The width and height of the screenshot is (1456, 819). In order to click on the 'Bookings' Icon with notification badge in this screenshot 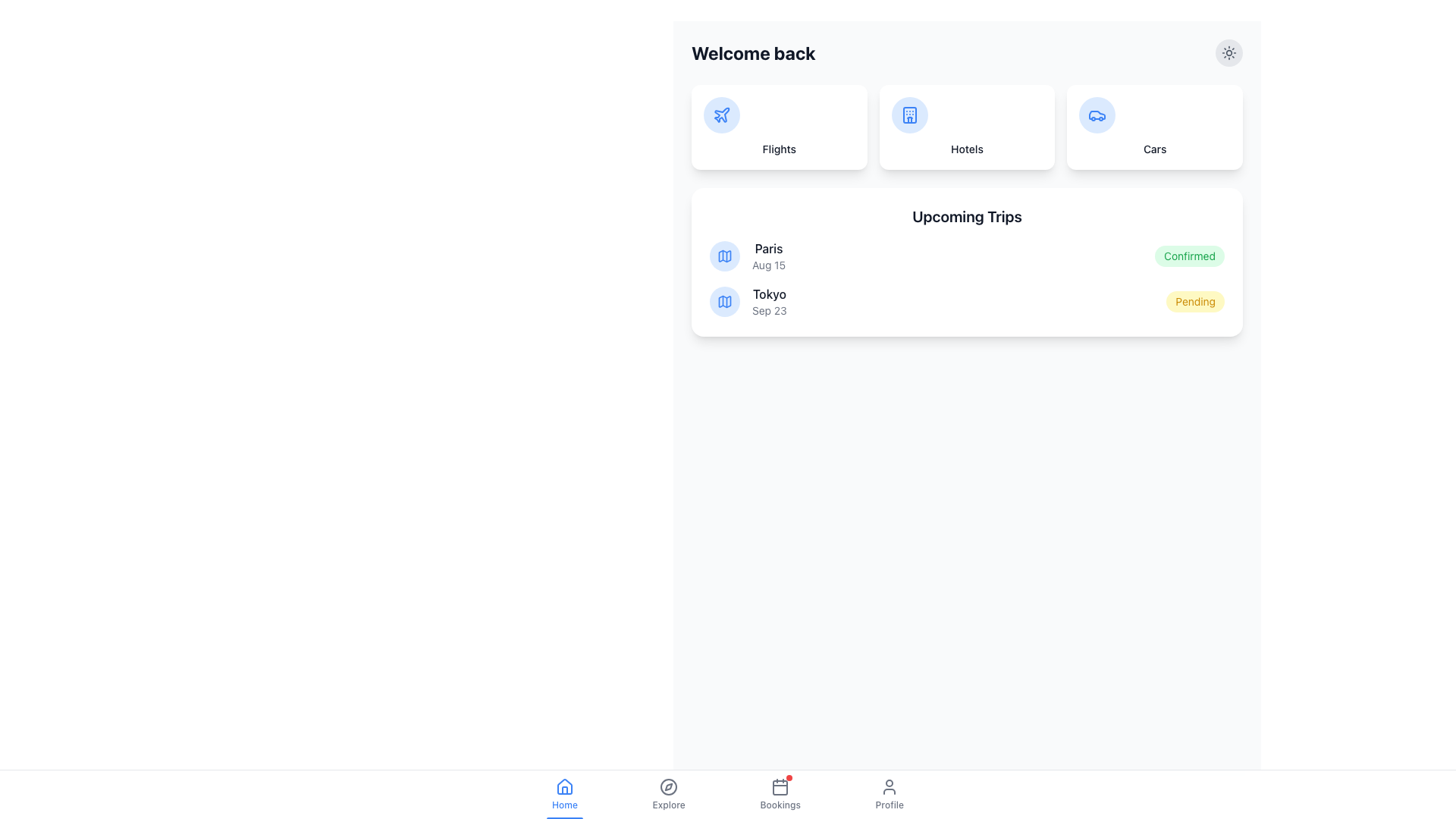, I will do `click(780, 786)`.